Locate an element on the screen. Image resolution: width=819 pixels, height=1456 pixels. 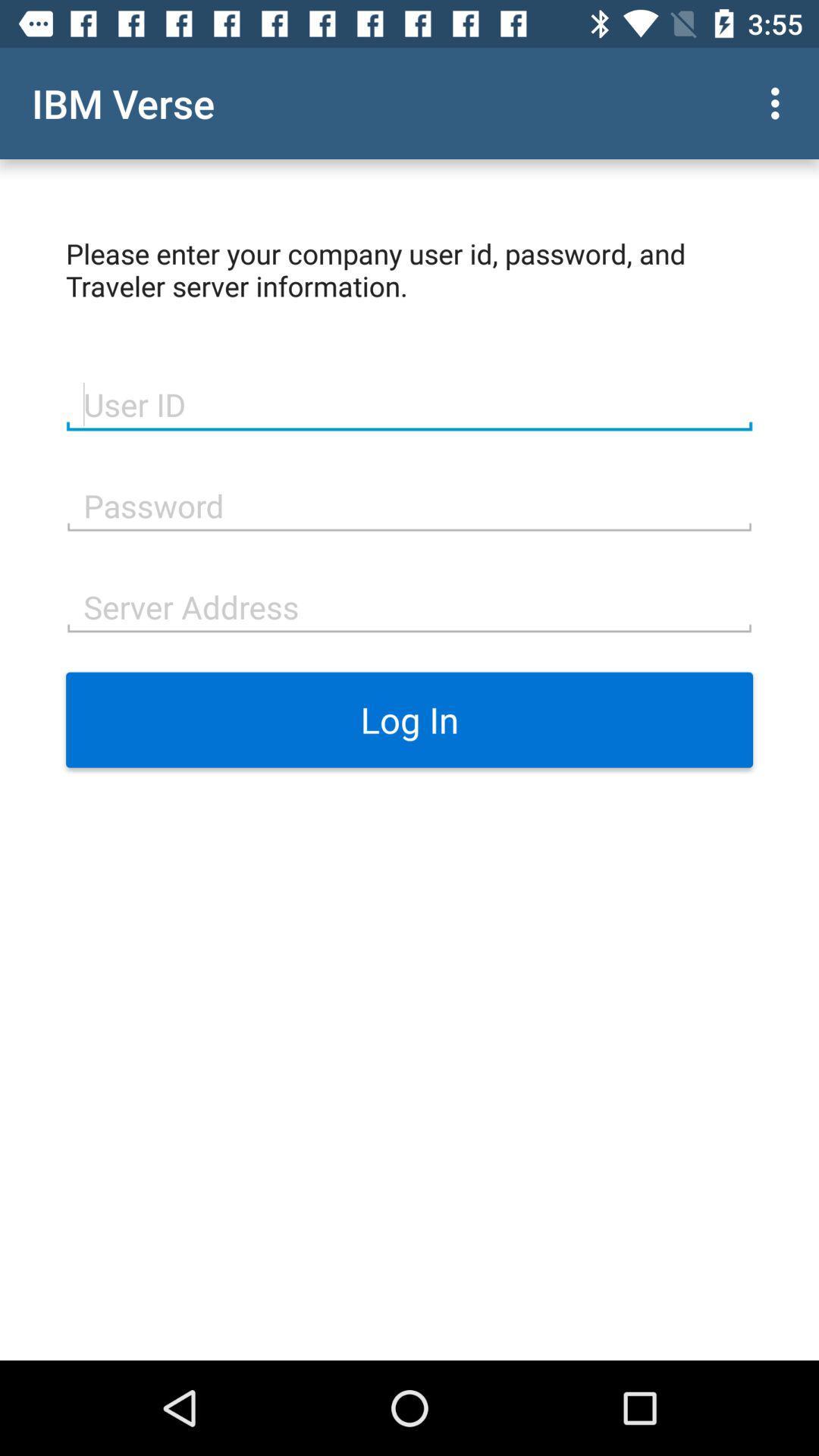
the log in item is located at coordinates (409, 719).